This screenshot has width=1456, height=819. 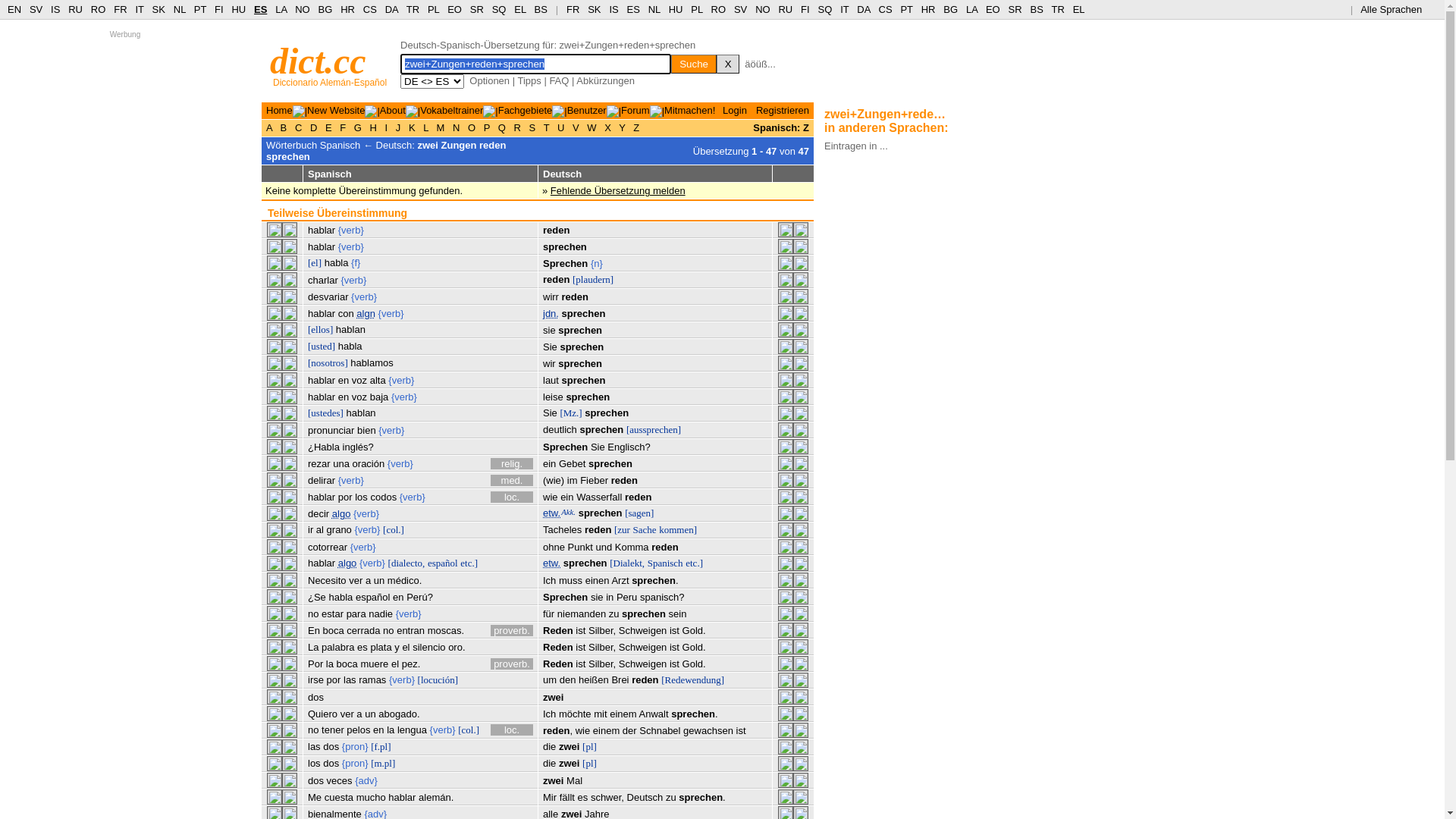 What do you see at coordinates (643, 630) in the screenshot?
I see `'Schweigen'` at bounding box center [643, 630].